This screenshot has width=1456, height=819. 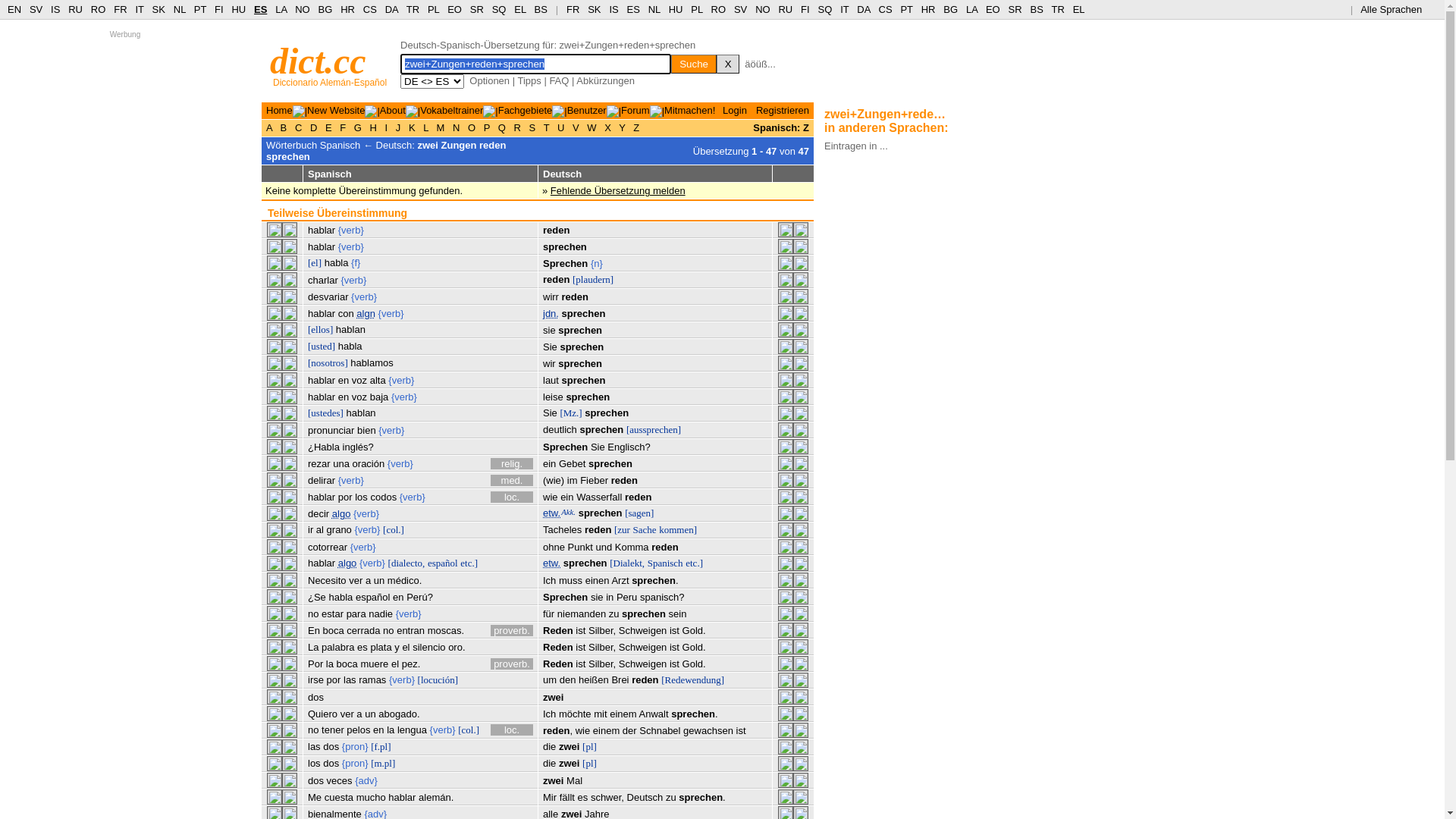 What do you see at coordinates (643, 630) in the screenshot?
I see `'Schweigen'` at bounding box center [643, 630].